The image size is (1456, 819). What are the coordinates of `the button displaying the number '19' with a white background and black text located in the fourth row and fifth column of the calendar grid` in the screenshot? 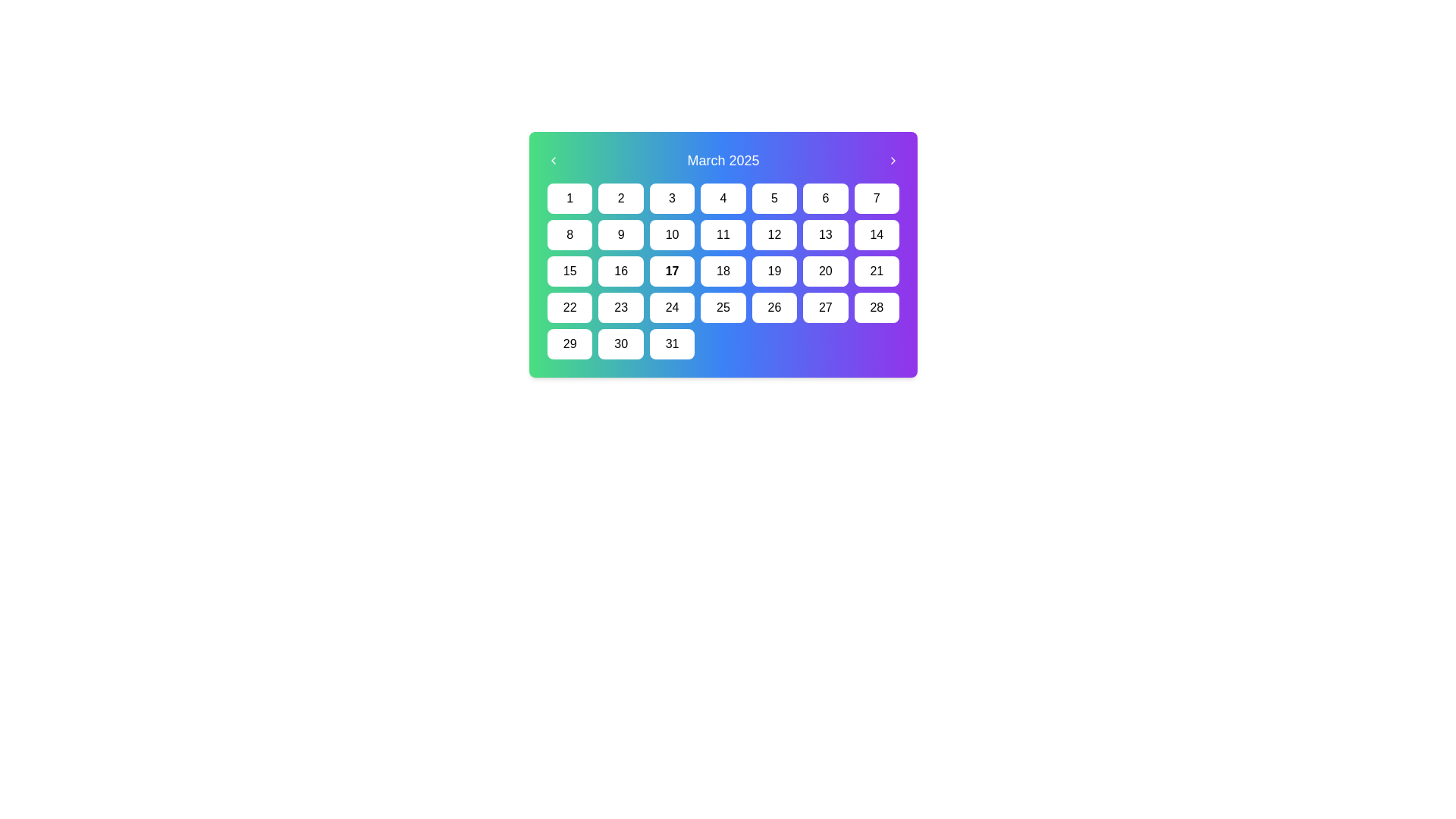 It's located at (774, 271).